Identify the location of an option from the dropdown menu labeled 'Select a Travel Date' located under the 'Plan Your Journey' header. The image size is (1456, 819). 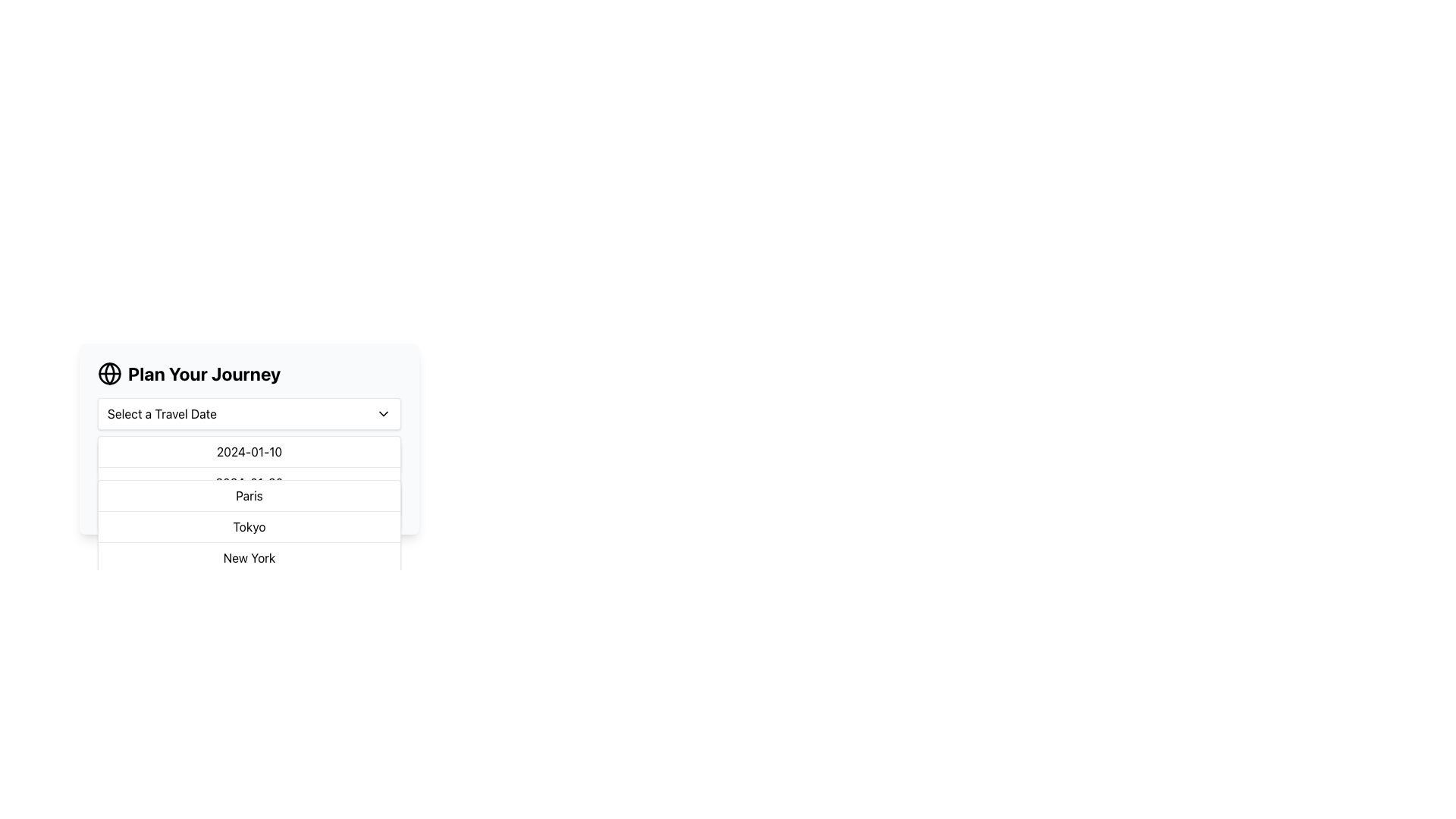
(249, 414).